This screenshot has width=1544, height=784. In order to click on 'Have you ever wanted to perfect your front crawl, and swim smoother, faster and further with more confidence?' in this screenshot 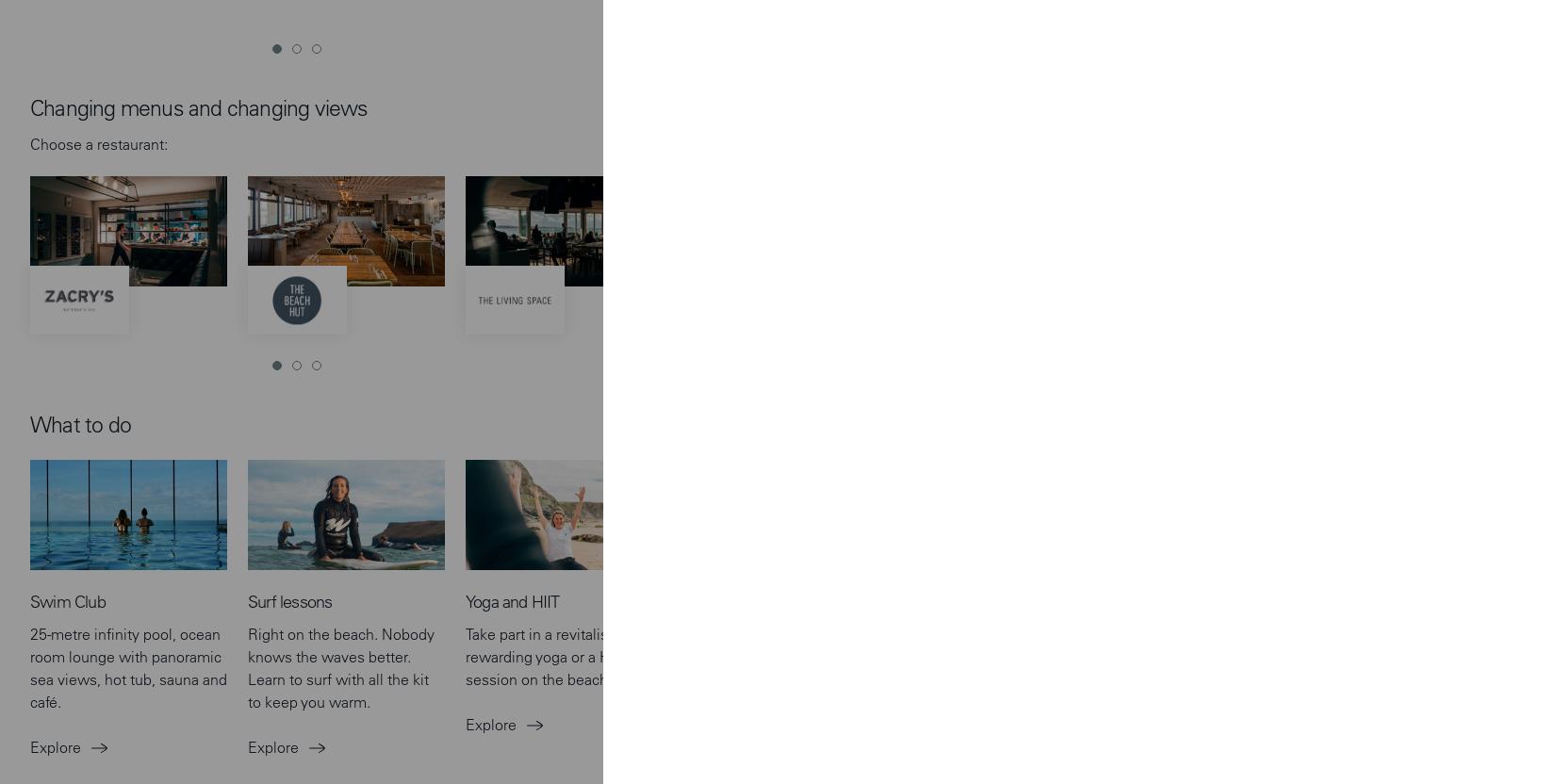, I will do `click(774, 257)`.